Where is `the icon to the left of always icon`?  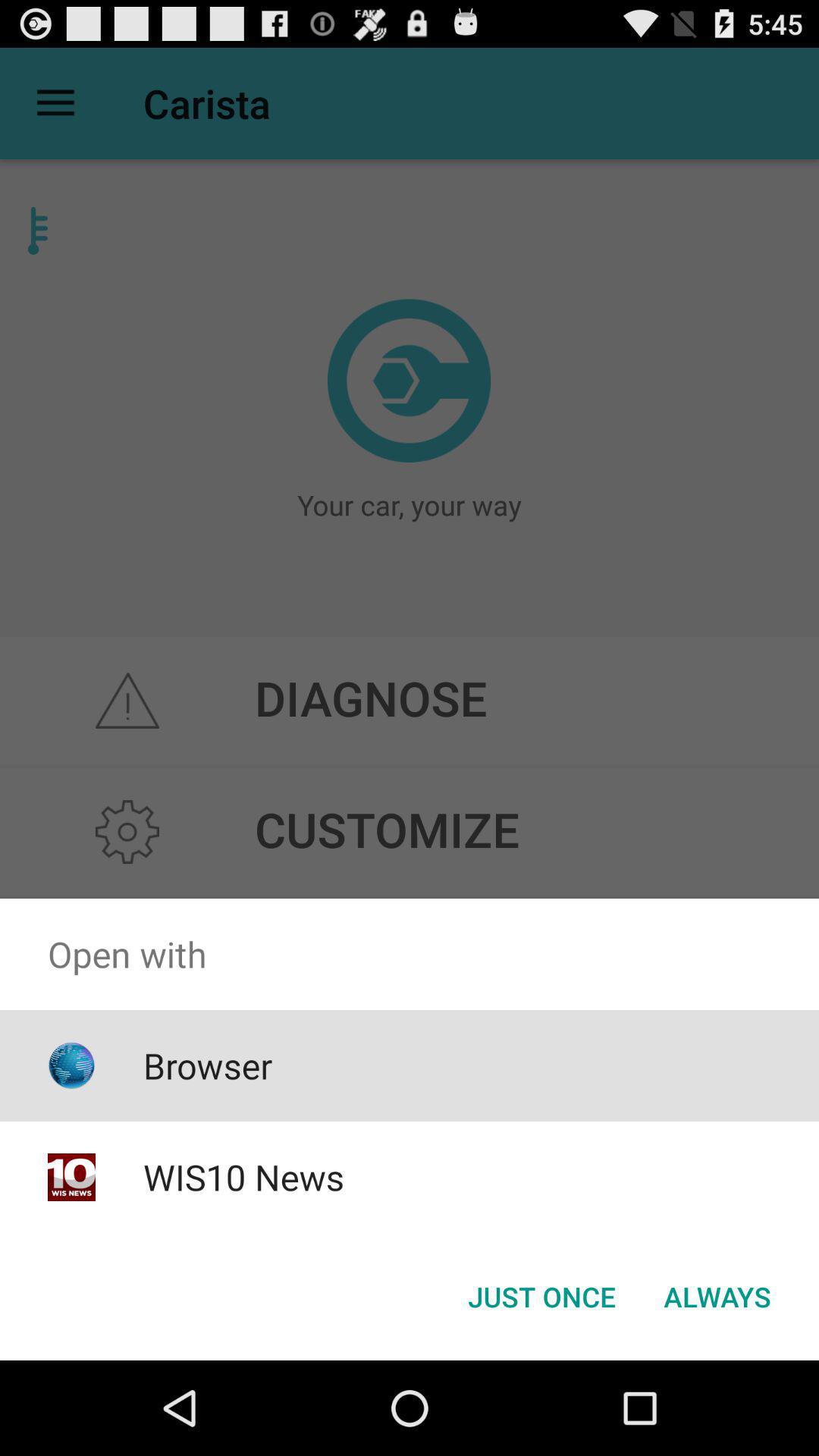
the icon to the left of always icon is located at coordinates (541, 1295).